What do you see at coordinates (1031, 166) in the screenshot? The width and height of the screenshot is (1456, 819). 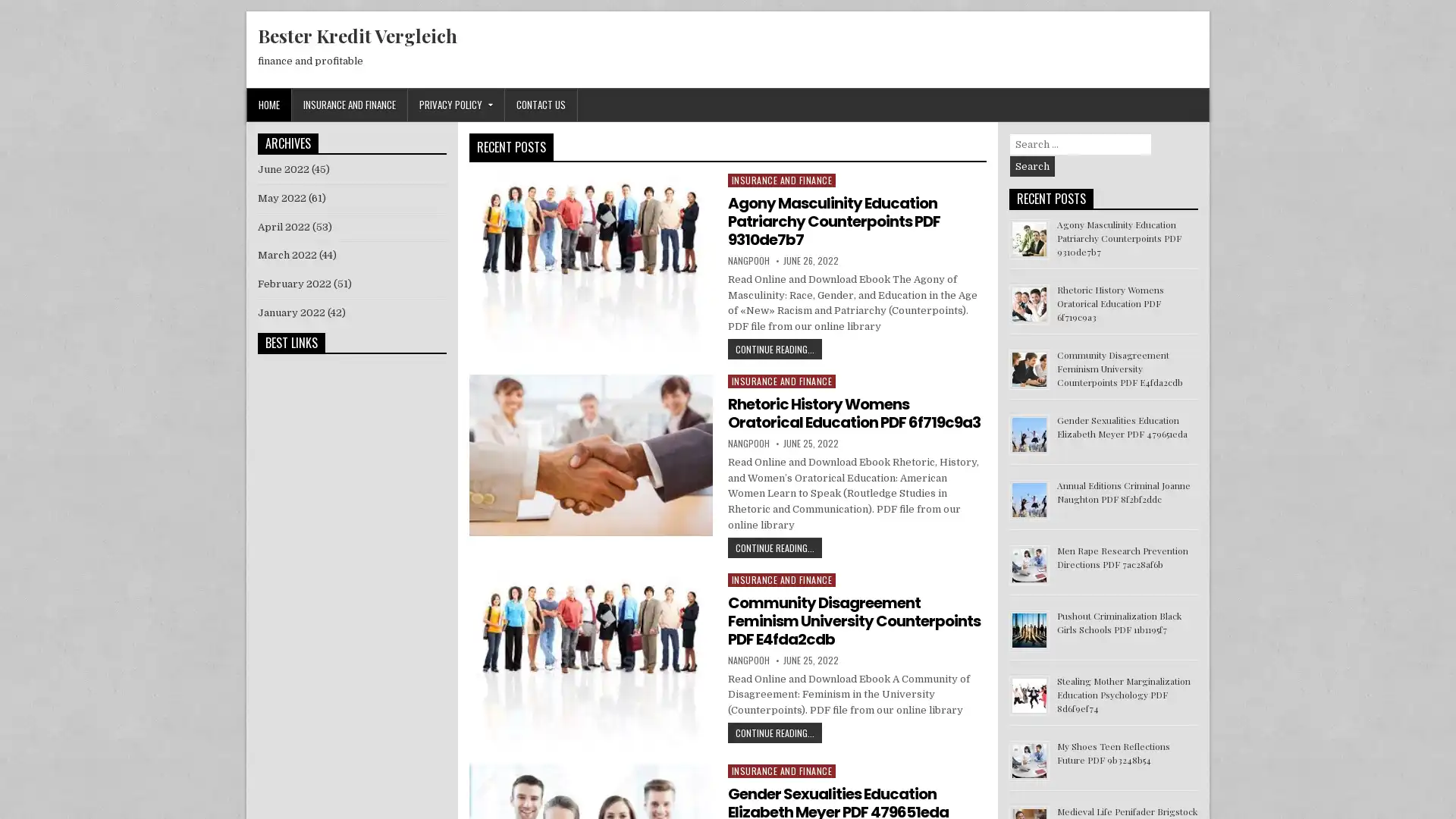 I see `Search` at bounding box center [1031, 166].